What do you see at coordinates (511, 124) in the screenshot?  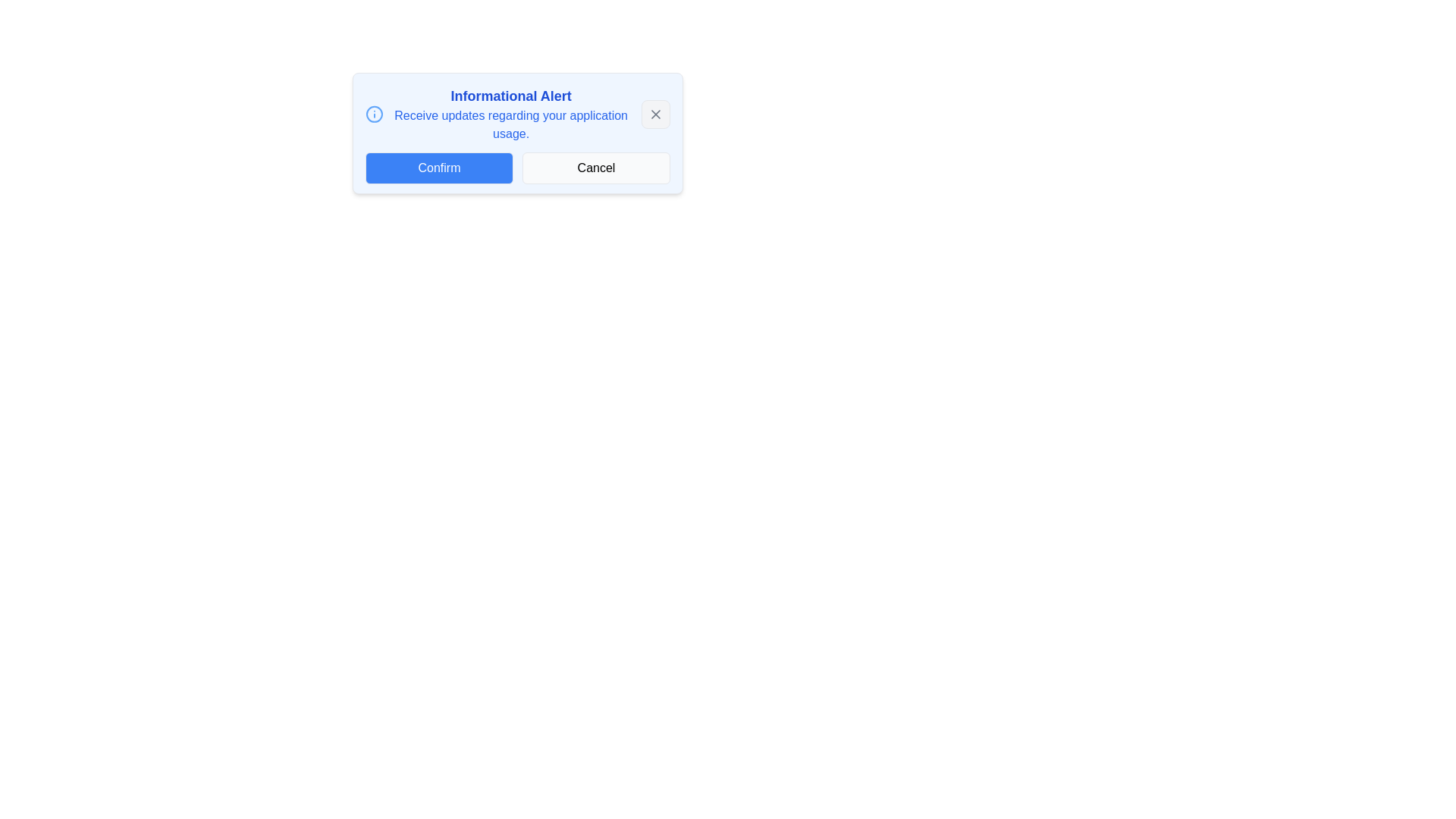 I see `the text label located directly below the 'Informational Alert' title in the modal, which provides updates related to application usage` at bounding box center [511, 124].